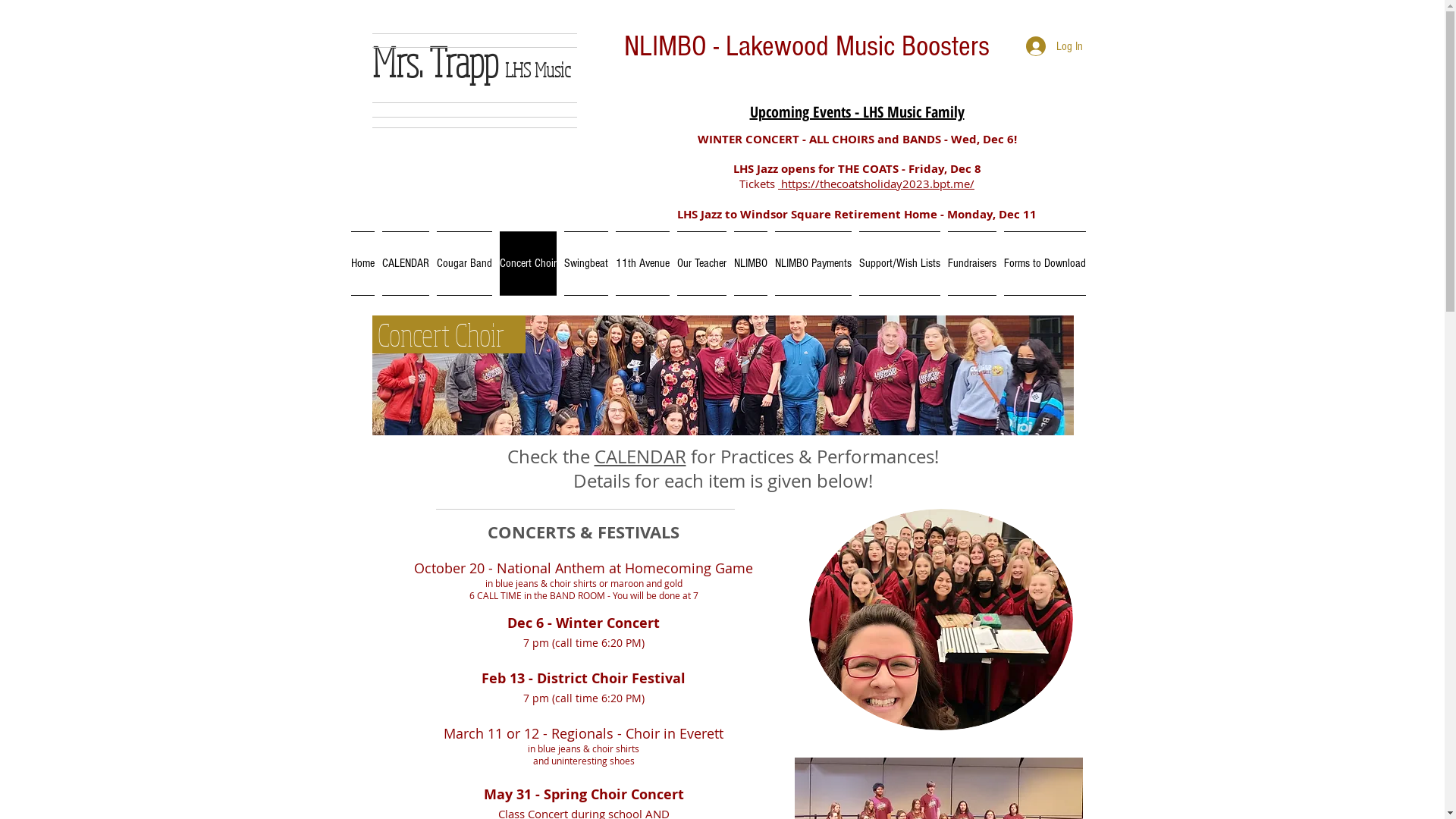  What do you see at coordinates (1053, 45) in the screenshot?
I see `'Log In'` at bounding box center [1053, 45].